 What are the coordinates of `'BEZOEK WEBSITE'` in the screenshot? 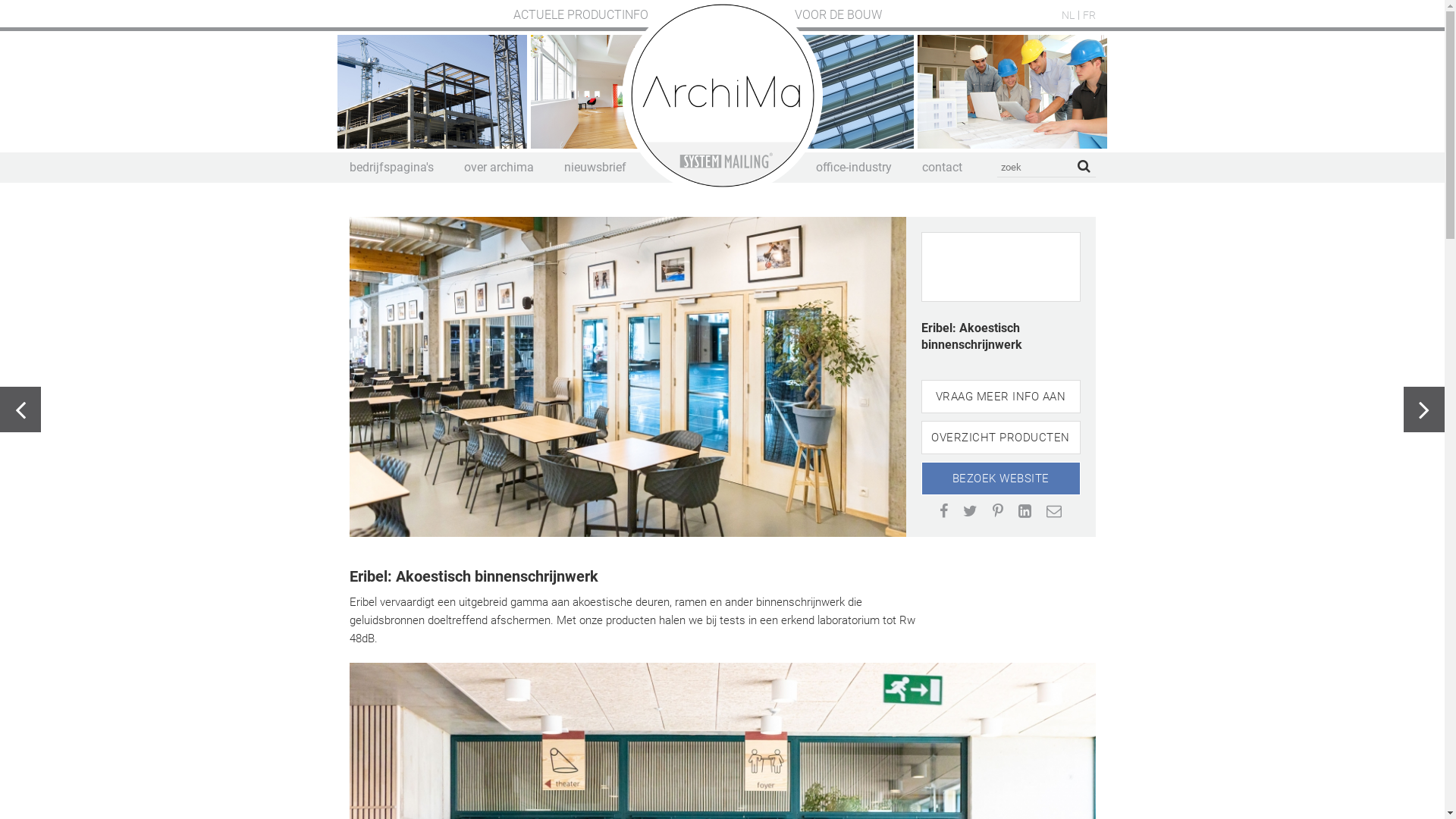 It's located at (1000, 479).